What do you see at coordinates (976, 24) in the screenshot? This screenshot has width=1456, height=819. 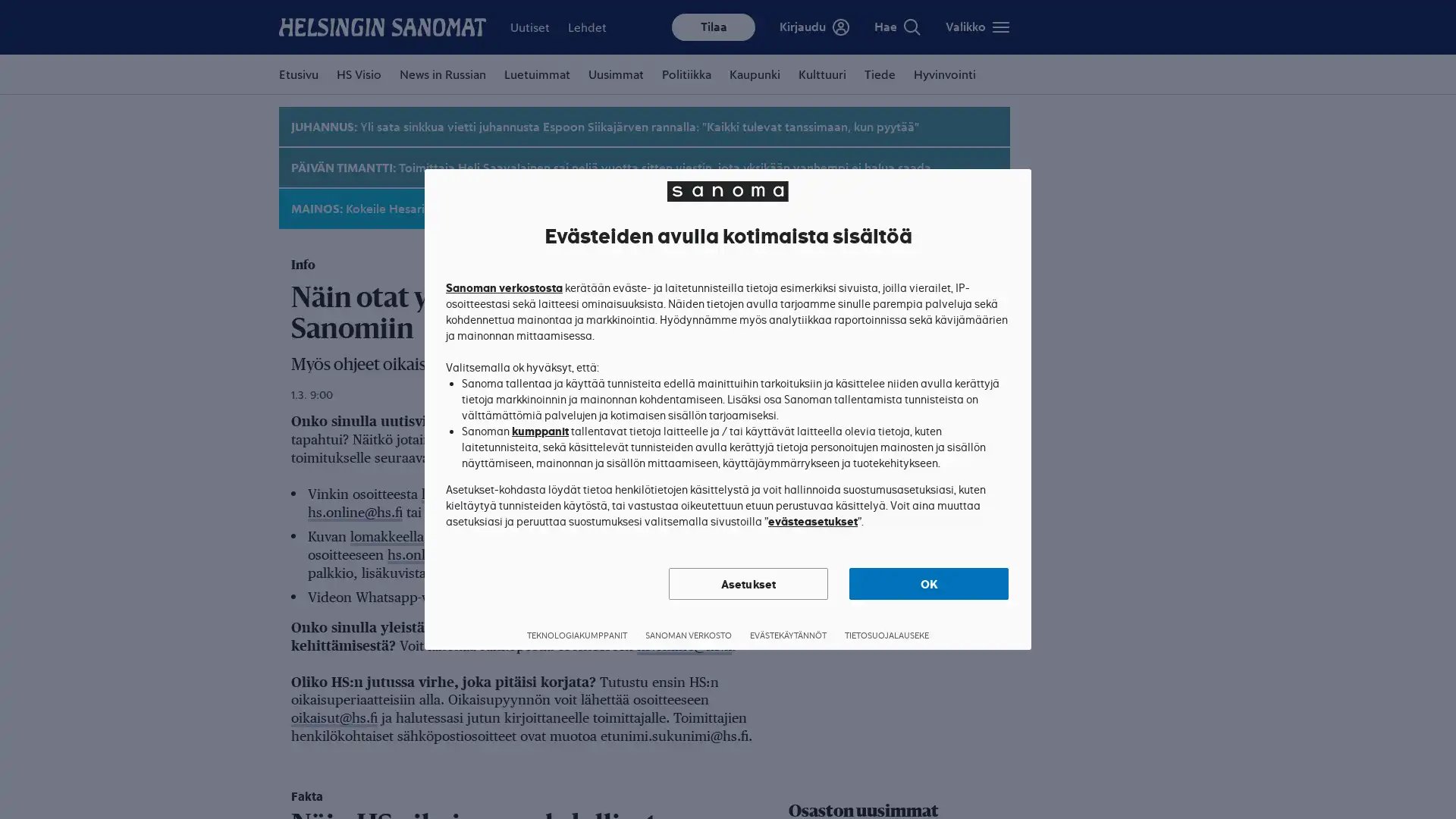 I see `Tallenna` at bounding box center [976, 24].